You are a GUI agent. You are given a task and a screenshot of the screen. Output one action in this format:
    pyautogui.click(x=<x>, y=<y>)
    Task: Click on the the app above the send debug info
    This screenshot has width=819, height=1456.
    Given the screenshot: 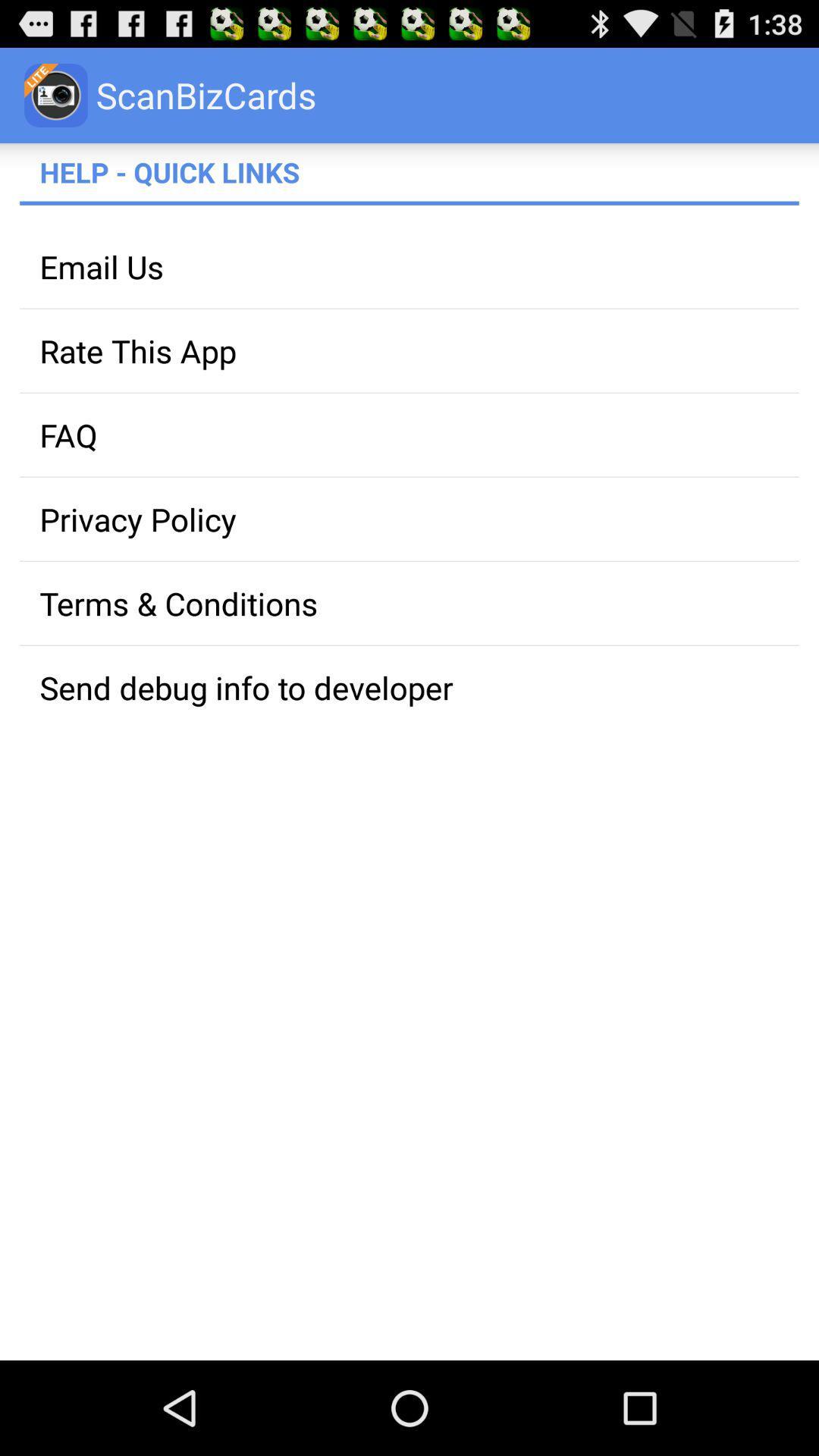 What is the action you would take?
    pyautogui.click(x=409, y=602)
    